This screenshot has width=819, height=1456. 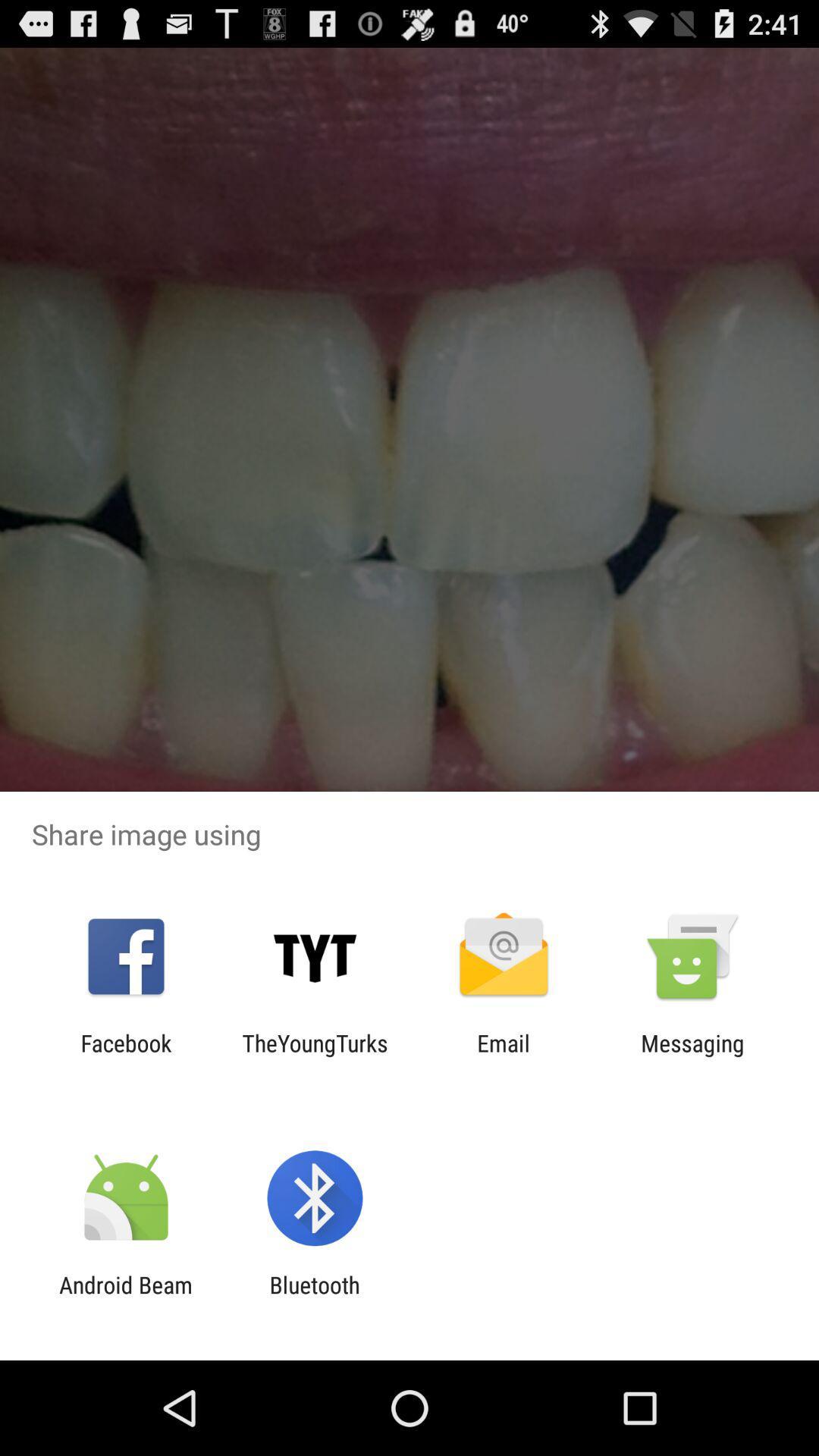 What do you see at coordinates (504, 1056) in the screenshot?
I see `the app next to messaging app` at bounding box center [504, 1056].